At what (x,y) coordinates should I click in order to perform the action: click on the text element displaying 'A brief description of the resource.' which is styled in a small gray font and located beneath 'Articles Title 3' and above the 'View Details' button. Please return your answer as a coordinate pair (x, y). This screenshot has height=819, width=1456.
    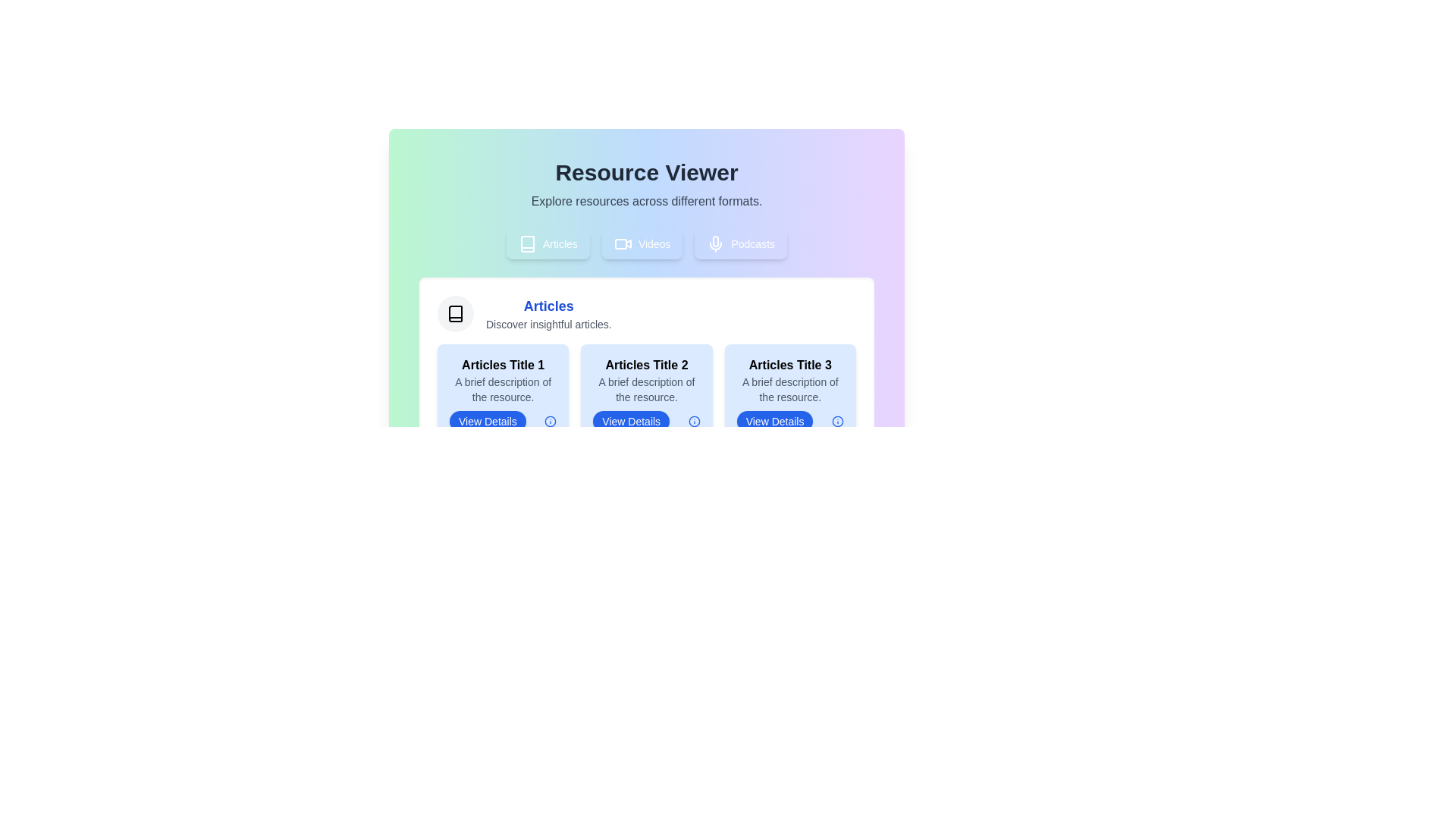
    Looking at the image, I should click on (789, 388).